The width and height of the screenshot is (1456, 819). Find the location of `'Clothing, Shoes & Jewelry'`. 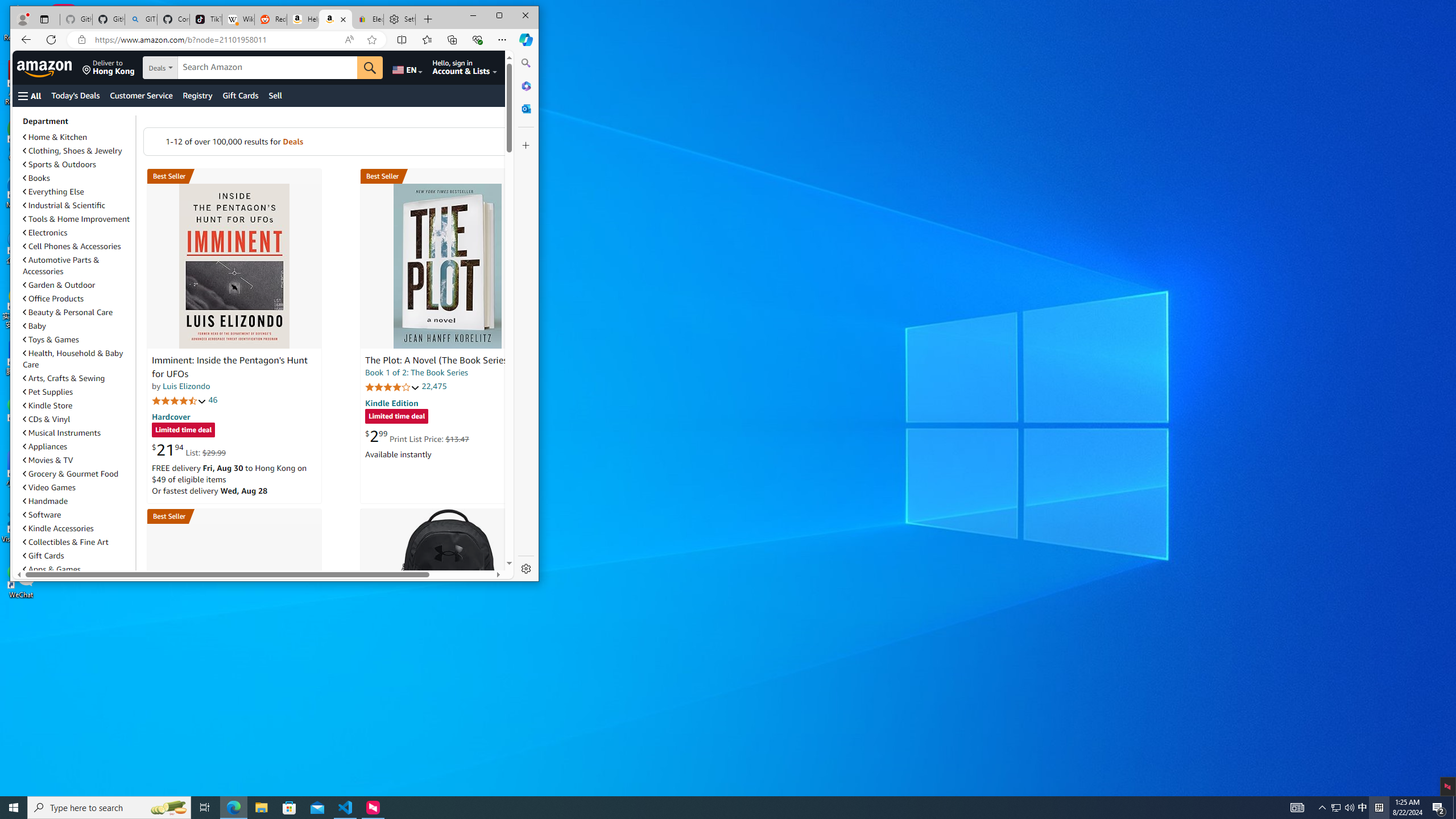

'Clothing, Shoes & Jewelry' is located at coordinates (77, 150).